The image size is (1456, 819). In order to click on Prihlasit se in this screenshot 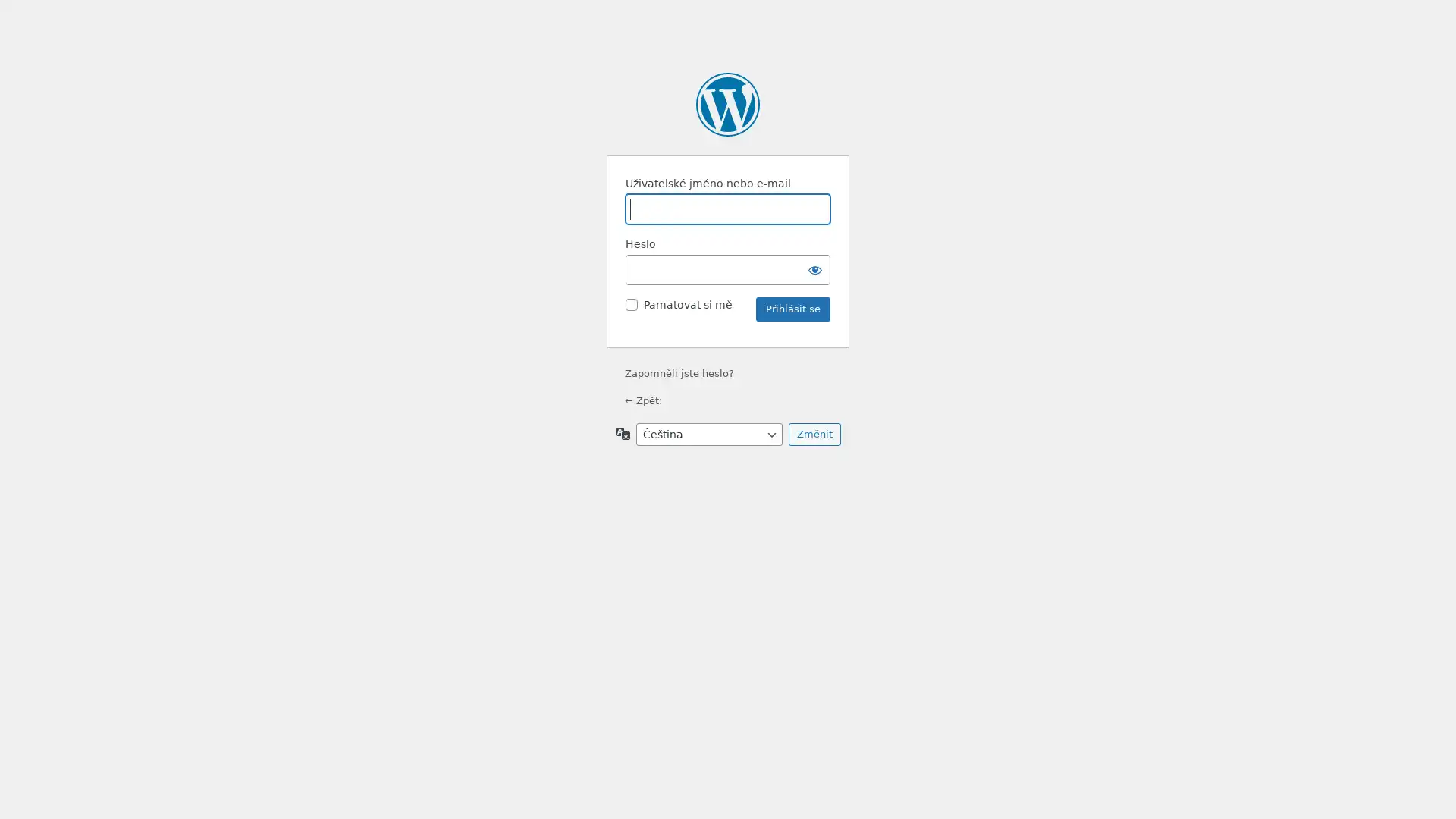, I will do `click(792, 309)`.